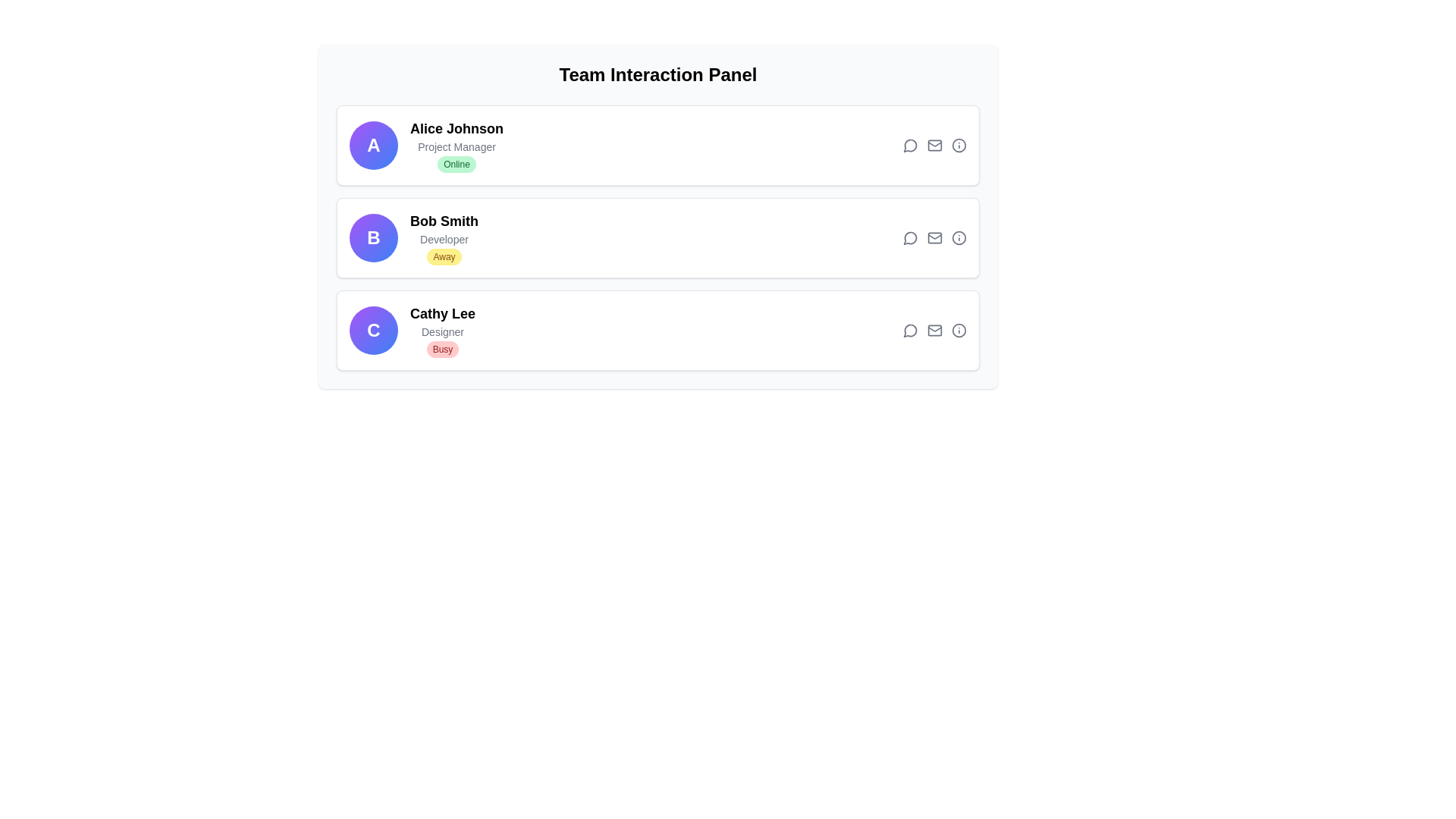 The width and height of the screenshot is (1456, 819). Describe the element at coordinates (658, 75) in the screenshot. I see `the text header that reads 'Team Interaction Panel', which is styled with a large, bold font and is centered at the top of a panel with a white background and rounded corners` at that location.